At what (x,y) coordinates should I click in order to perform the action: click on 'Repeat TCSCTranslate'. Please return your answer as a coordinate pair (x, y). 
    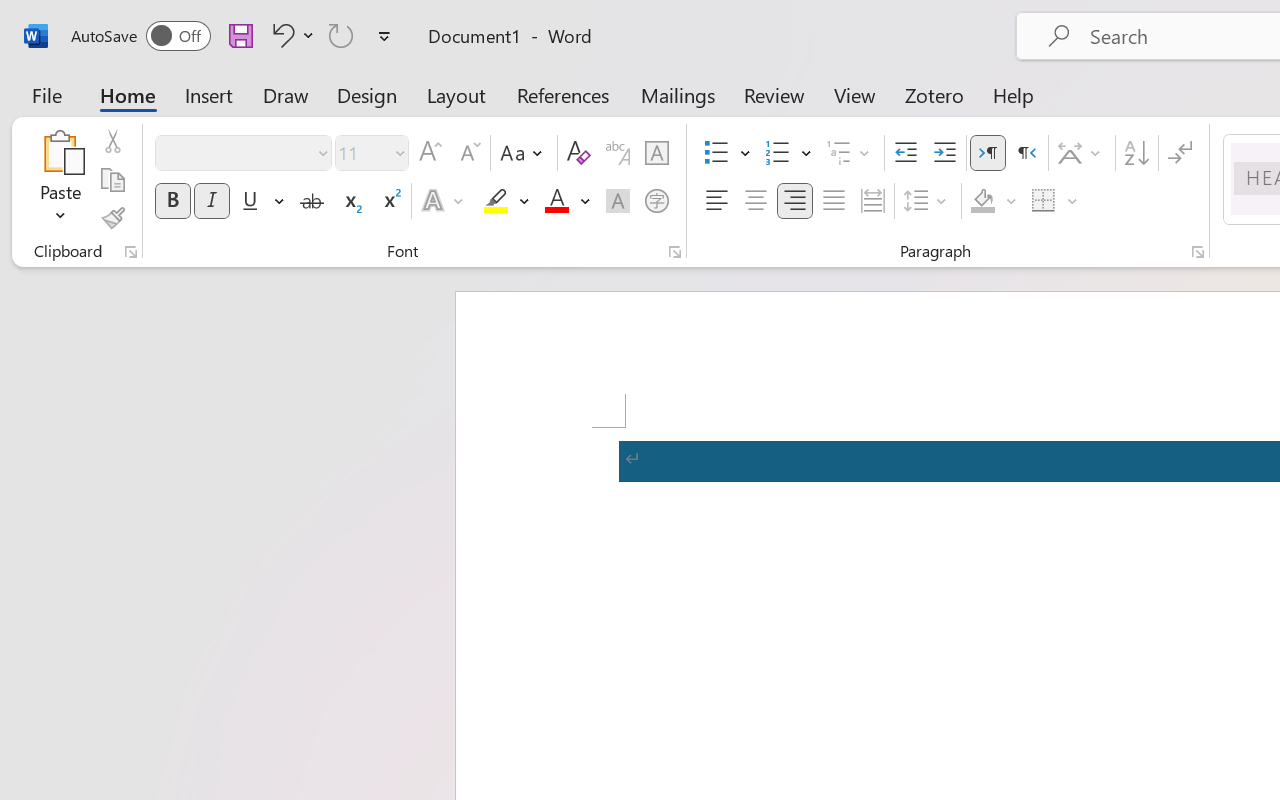
    Looking at the image, I should click on (341, 34).